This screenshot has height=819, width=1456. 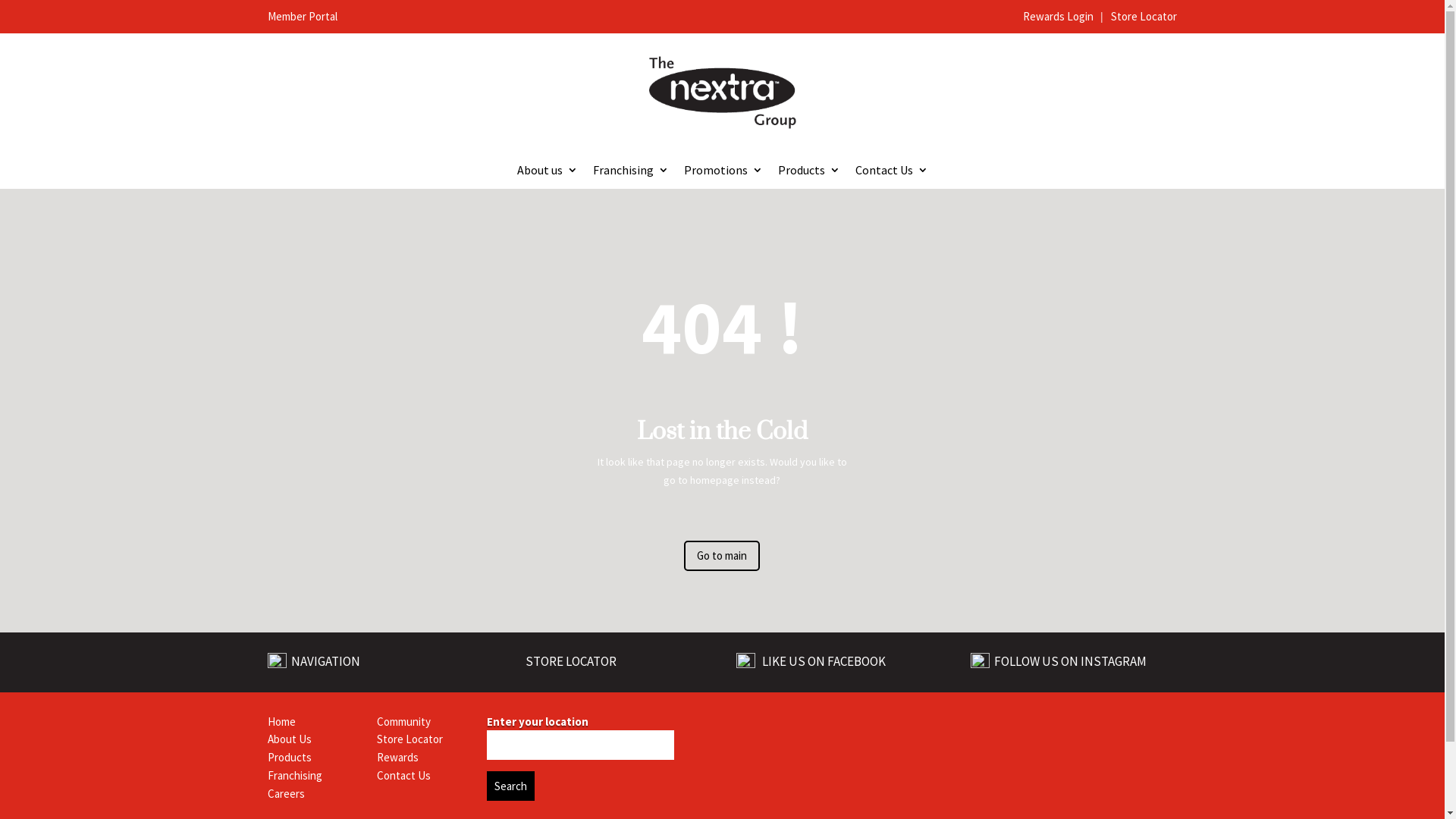 I want to click on 'Franchising', so click(x=294, y=775).